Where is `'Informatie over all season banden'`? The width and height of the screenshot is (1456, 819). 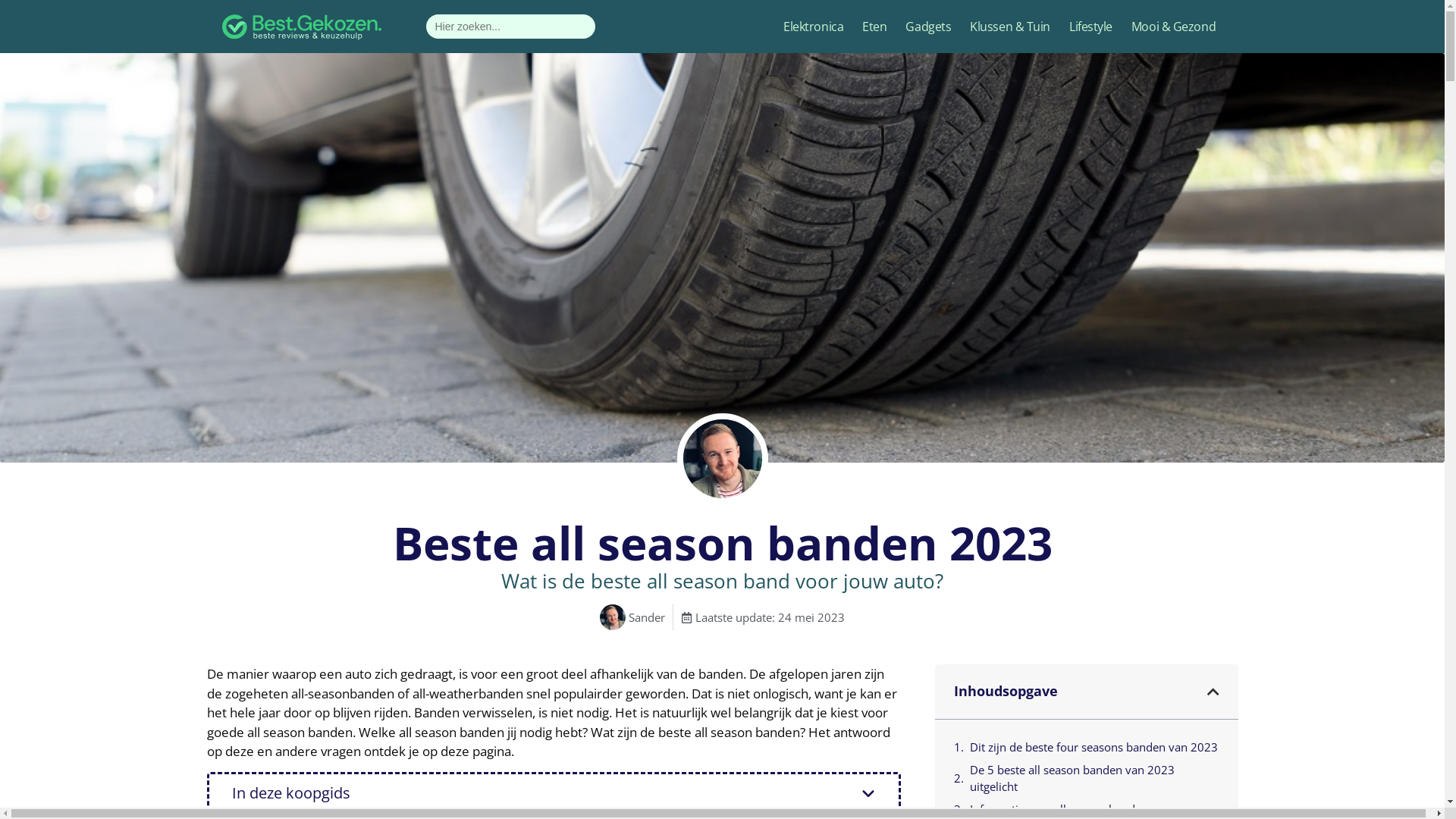 'Informatie over all season banden' is located at coordinates (1057, 808).